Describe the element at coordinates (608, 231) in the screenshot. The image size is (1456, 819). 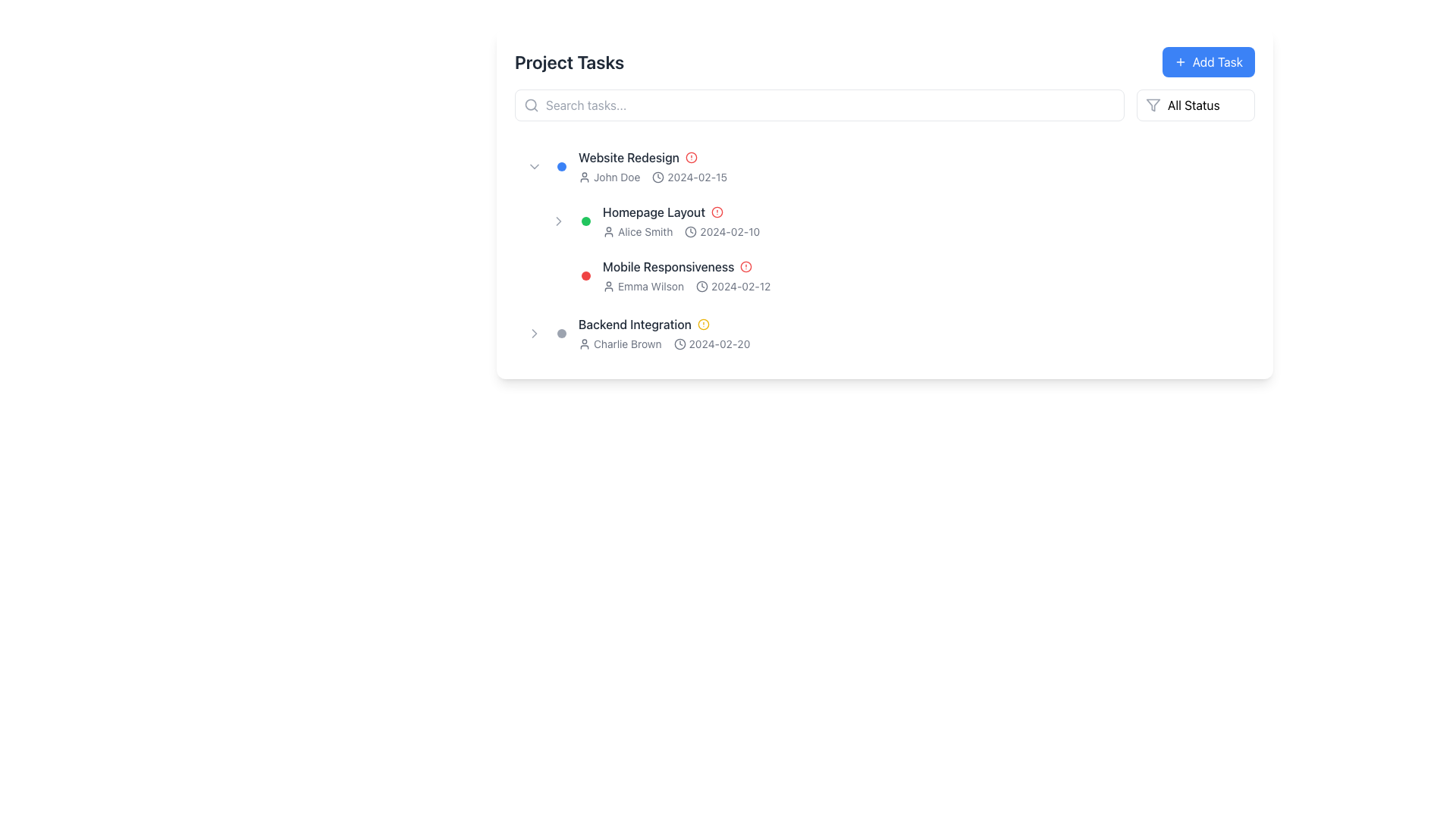
I see `the Profile icon representing 'Alice Smith' located to the left of the text in the second item of 'Homepage Layout' under 'Project Tasks'` at that location.